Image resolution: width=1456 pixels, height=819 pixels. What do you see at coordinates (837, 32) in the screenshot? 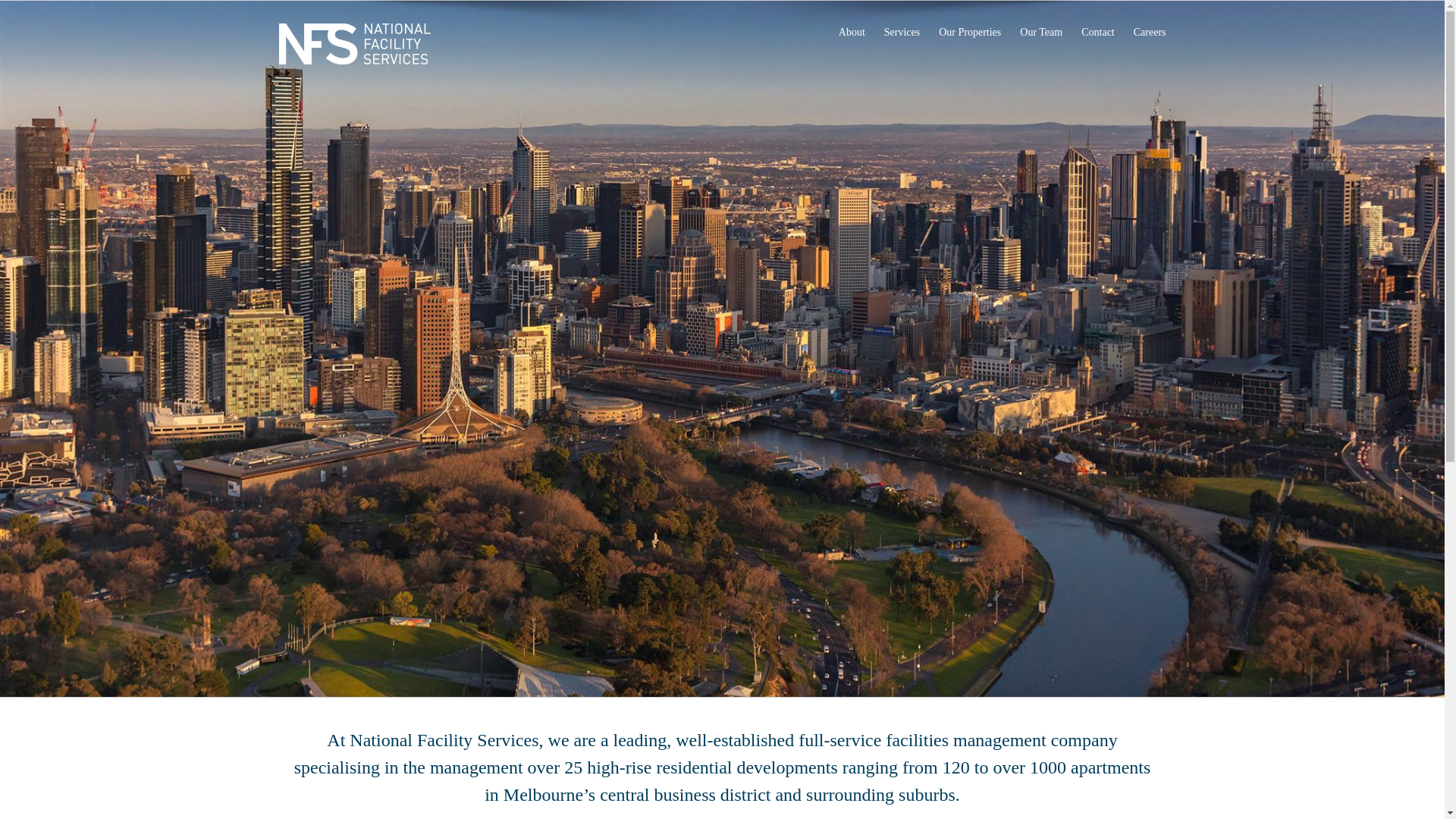
I see `'About'` at bounding box center [837, 32].